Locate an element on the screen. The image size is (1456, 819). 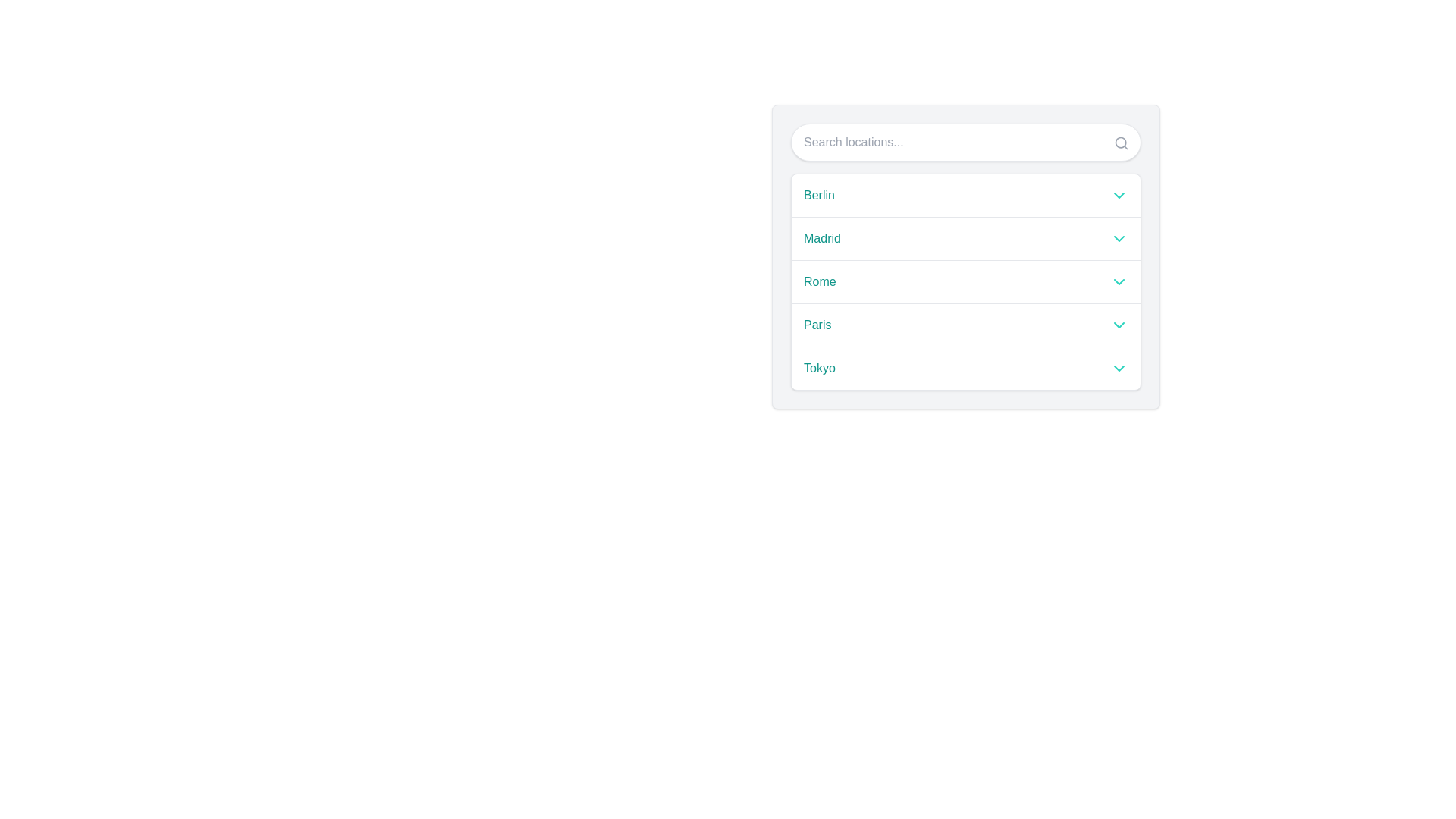
the search icon located at the top-right of the search bar, which serves as a button to execute a search operation is located at coordinates (1121, 143).